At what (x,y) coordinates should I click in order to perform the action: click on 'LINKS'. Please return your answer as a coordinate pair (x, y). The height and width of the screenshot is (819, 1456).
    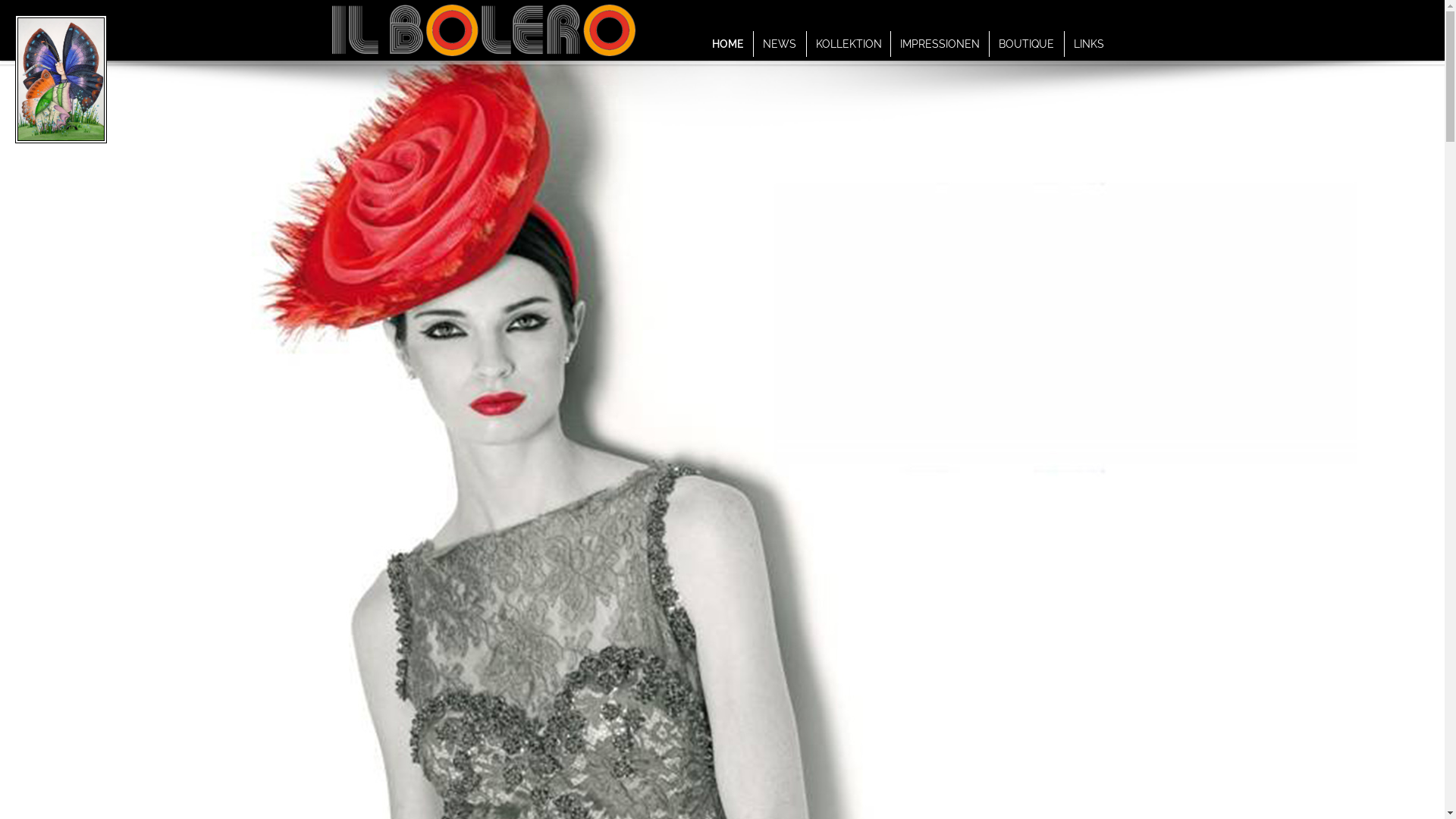
    Looking at the image, I should click on (1087, 42).